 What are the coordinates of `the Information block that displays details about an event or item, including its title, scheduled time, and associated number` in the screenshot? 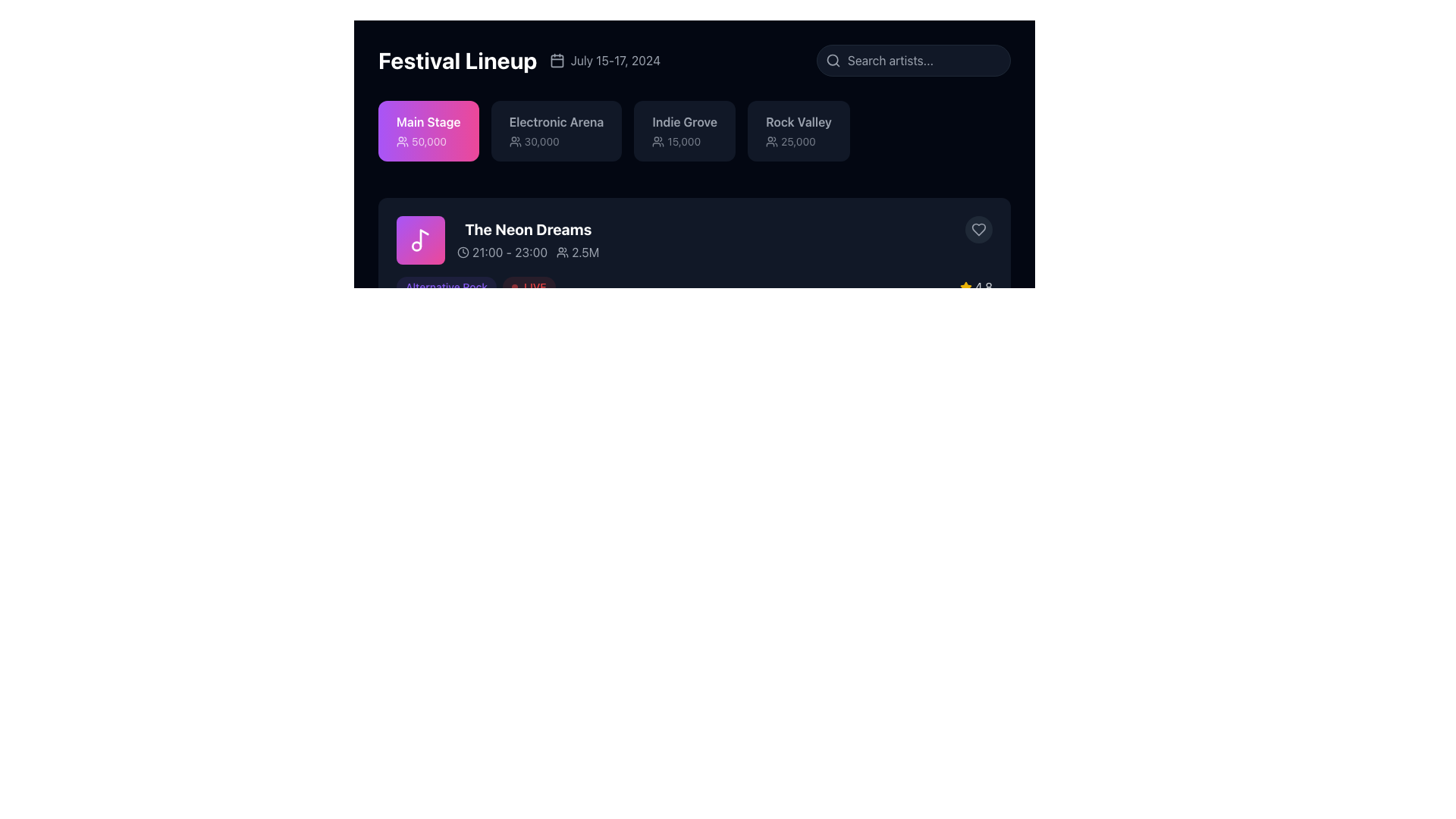 It's located at (694, 376).